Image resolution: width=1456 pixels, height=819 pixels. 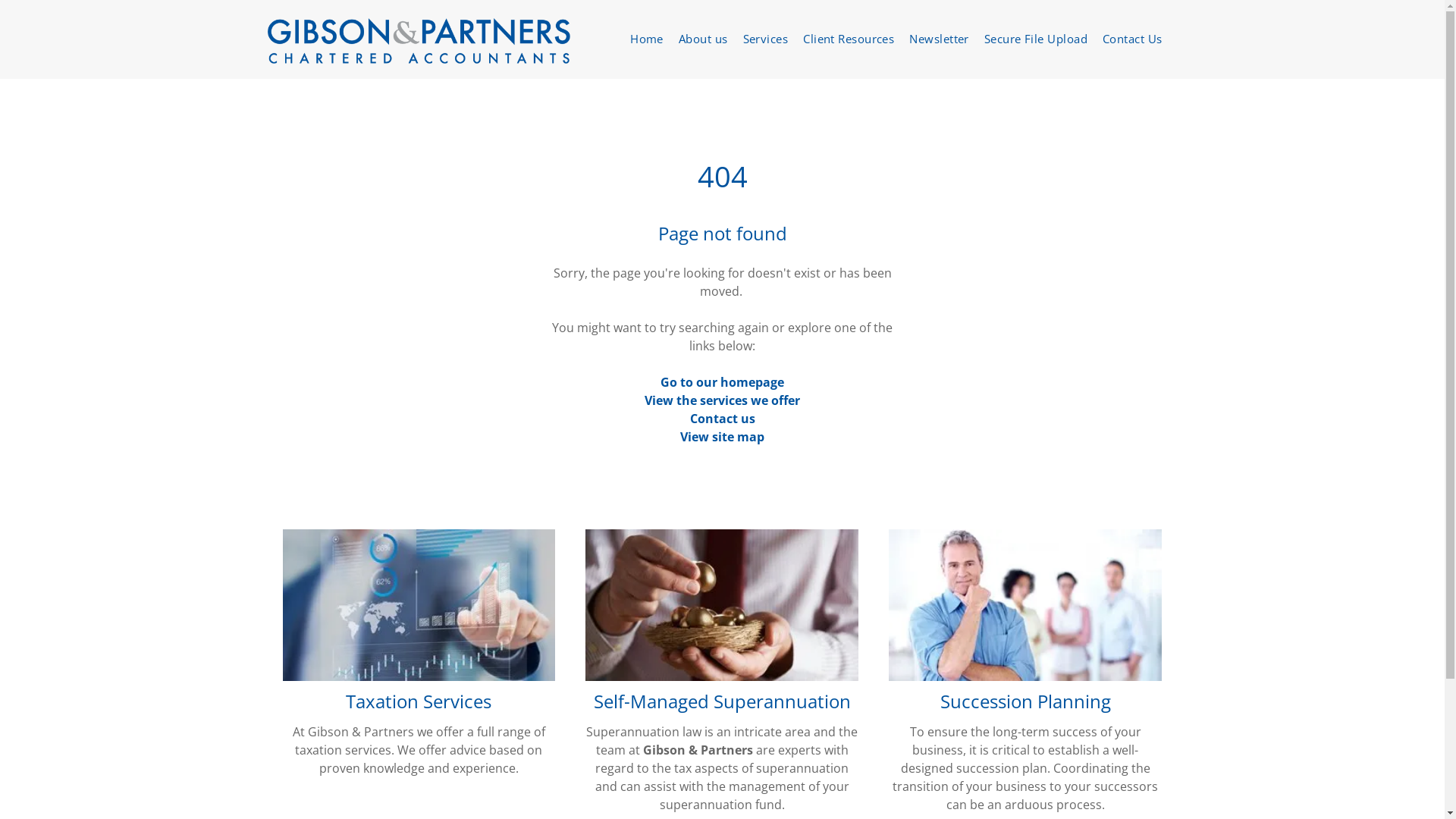 I want to click on 'Home', so click(x=622, y=38).